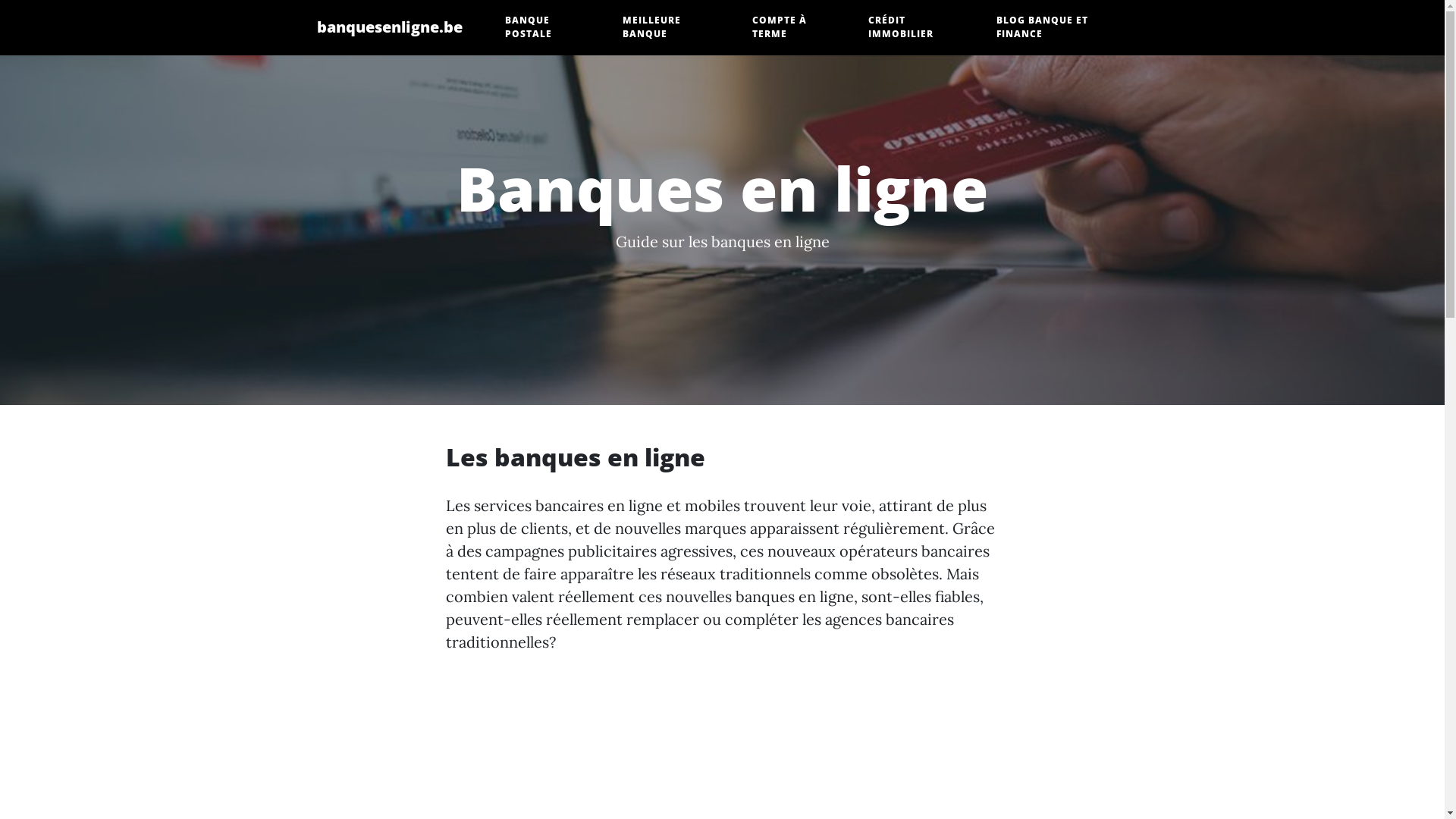 The image size is (1456, 819). I want to click on 'MEILLEURE BANQUE', so click(671, 27).